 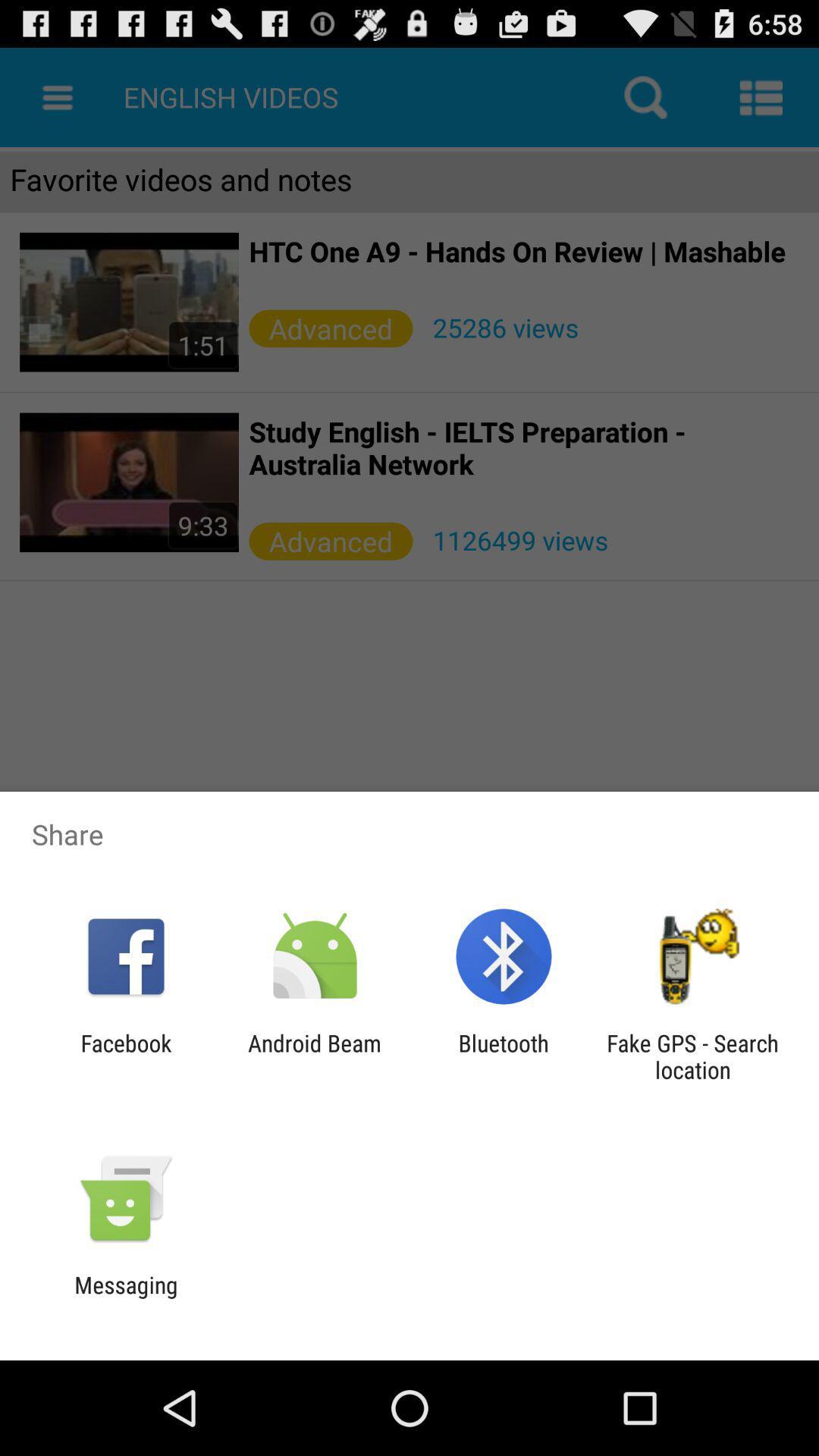 What do you see at coordinates (504, 1056) in the screenshot?
I see `icon to the left of fake gps search` at bounding box center [504, 1056].